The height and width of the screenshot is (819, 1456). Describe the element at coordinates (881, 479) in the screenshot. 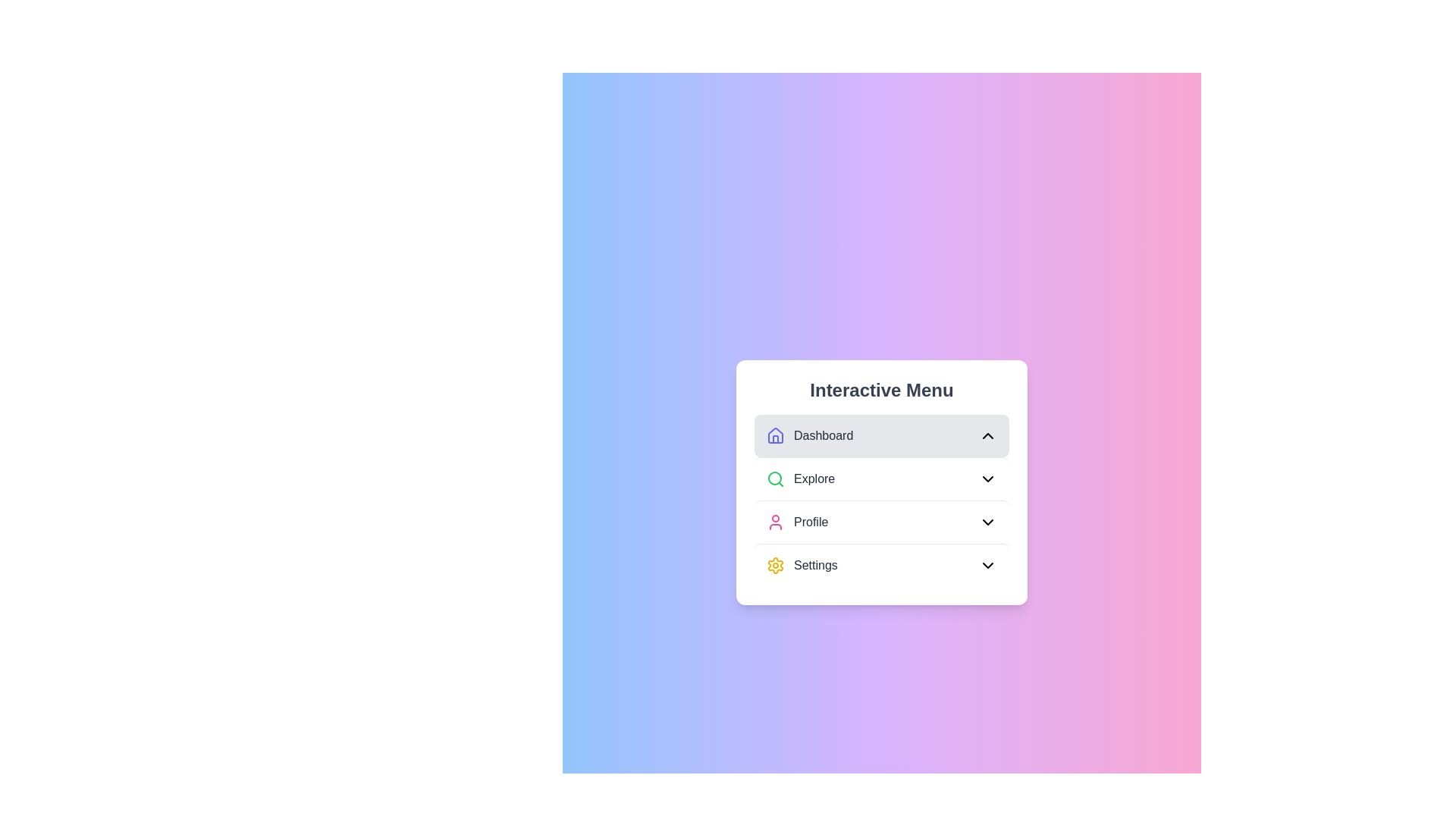

I see `the menu item Explore to activate it` at that location.